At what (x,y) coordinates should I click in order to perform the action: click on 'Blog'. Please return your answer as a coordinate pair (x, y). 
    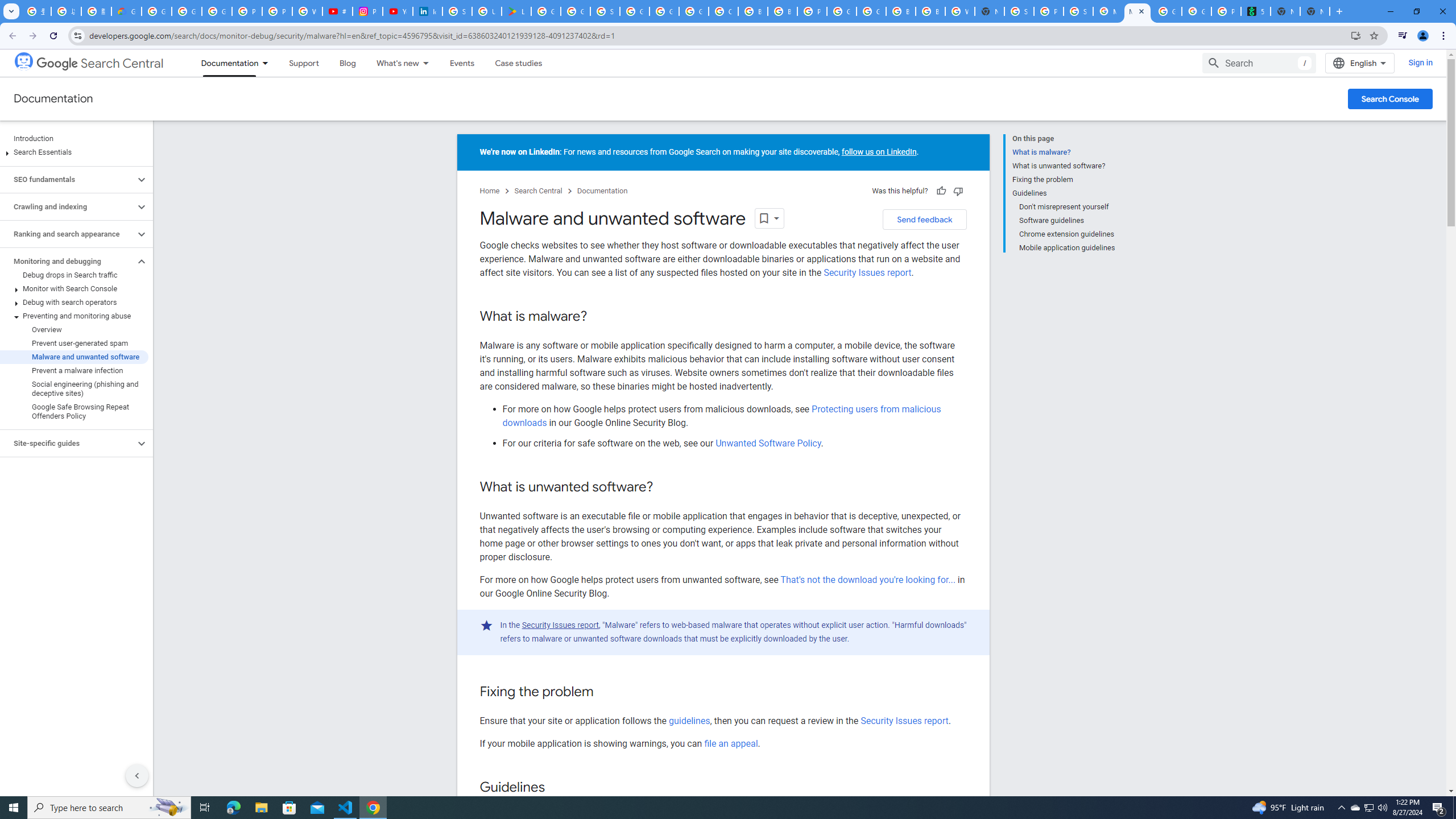
    Looking at the image, I should click on (348, 63).